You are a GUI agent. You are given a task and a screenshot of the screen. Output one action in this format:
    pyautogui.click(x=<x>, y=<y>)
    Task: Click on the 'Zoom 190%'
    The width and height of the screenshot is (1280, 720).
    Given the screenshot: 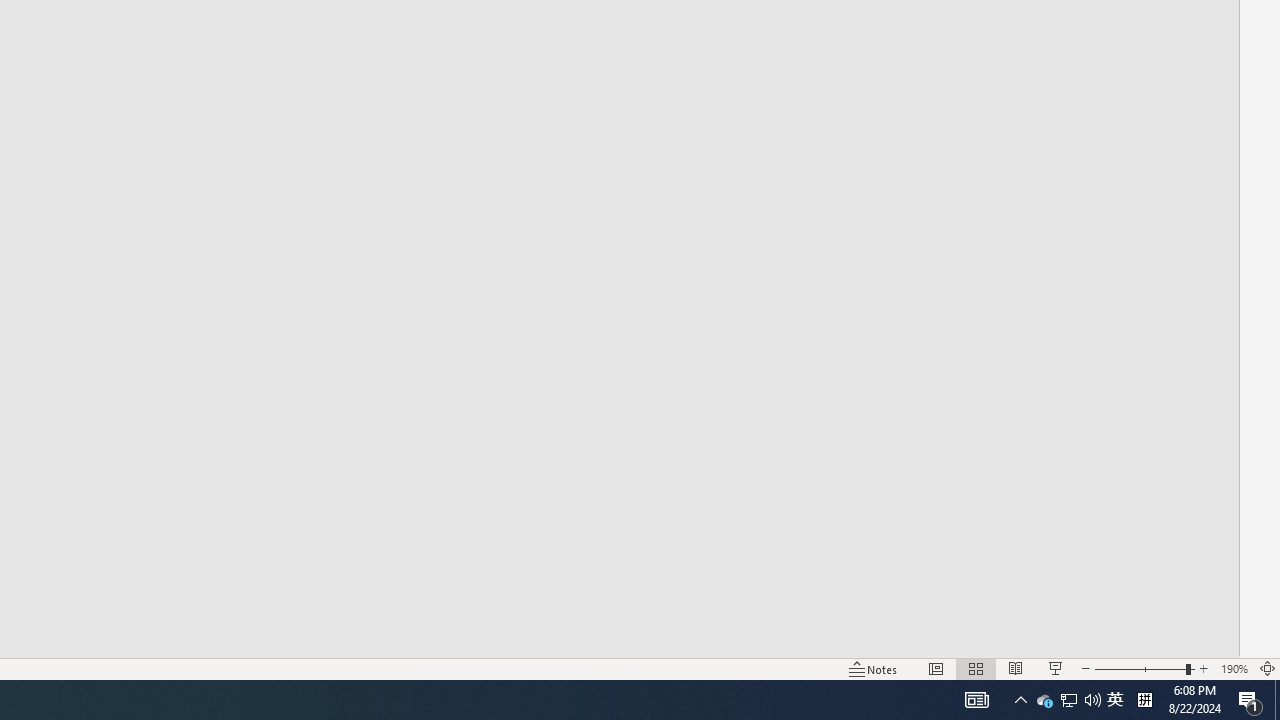 What is the action you would take?
    pyautogui.click(x=1233, y=669)
    